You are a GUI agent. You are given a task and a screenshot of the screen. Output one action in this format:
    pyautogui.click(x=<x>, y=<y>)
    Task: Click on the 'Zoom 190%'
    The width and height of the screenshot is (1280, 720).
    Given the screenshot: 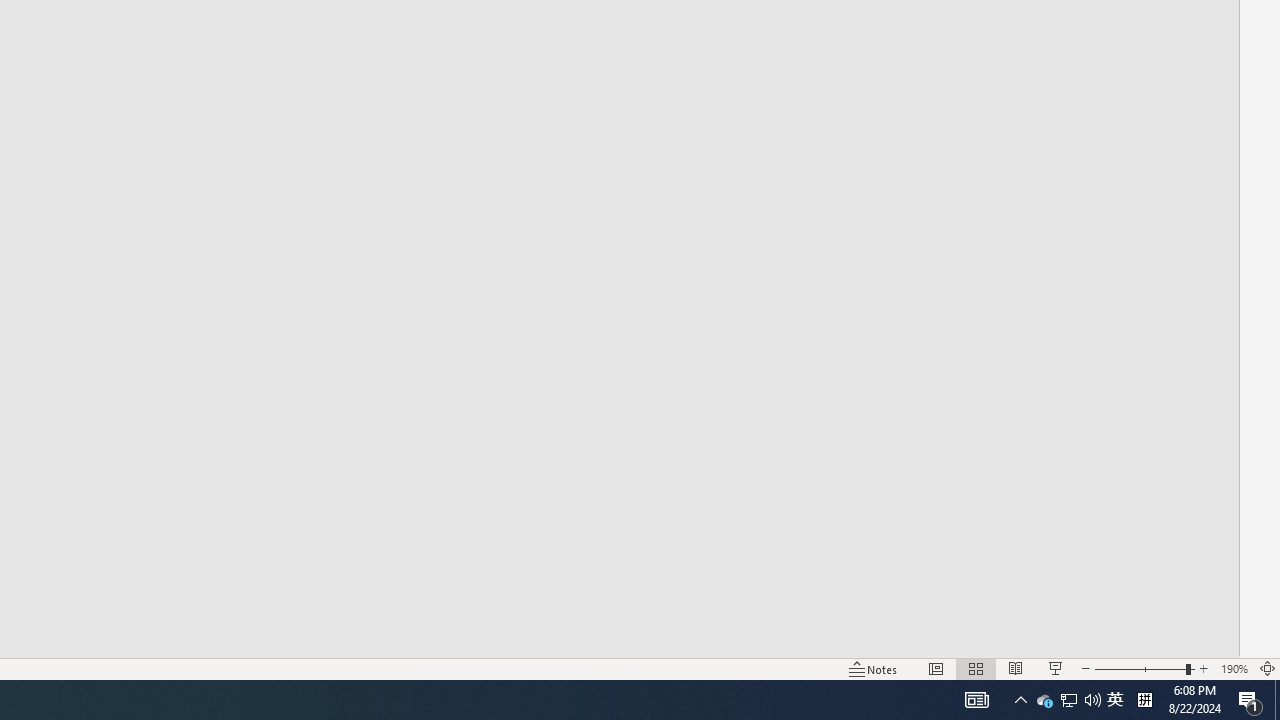 What is the action you would take?
    pyautogui.click(x=1233, y=669)
    